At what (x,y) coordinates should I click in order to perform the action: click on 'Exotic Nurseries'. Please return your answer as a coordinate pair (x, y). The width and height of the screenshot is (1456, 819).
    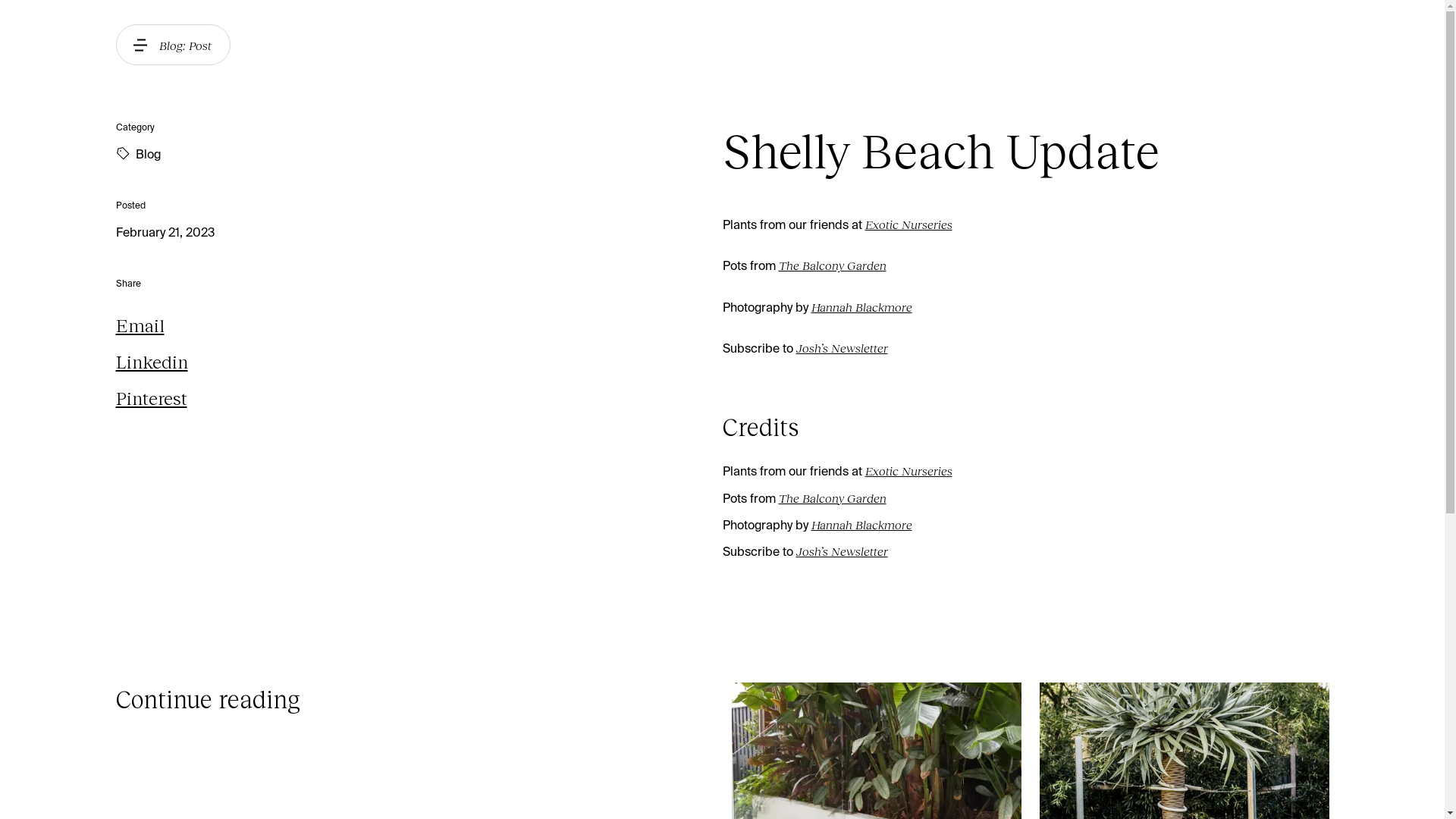
    Looking at the image, I should click on (908, 470).